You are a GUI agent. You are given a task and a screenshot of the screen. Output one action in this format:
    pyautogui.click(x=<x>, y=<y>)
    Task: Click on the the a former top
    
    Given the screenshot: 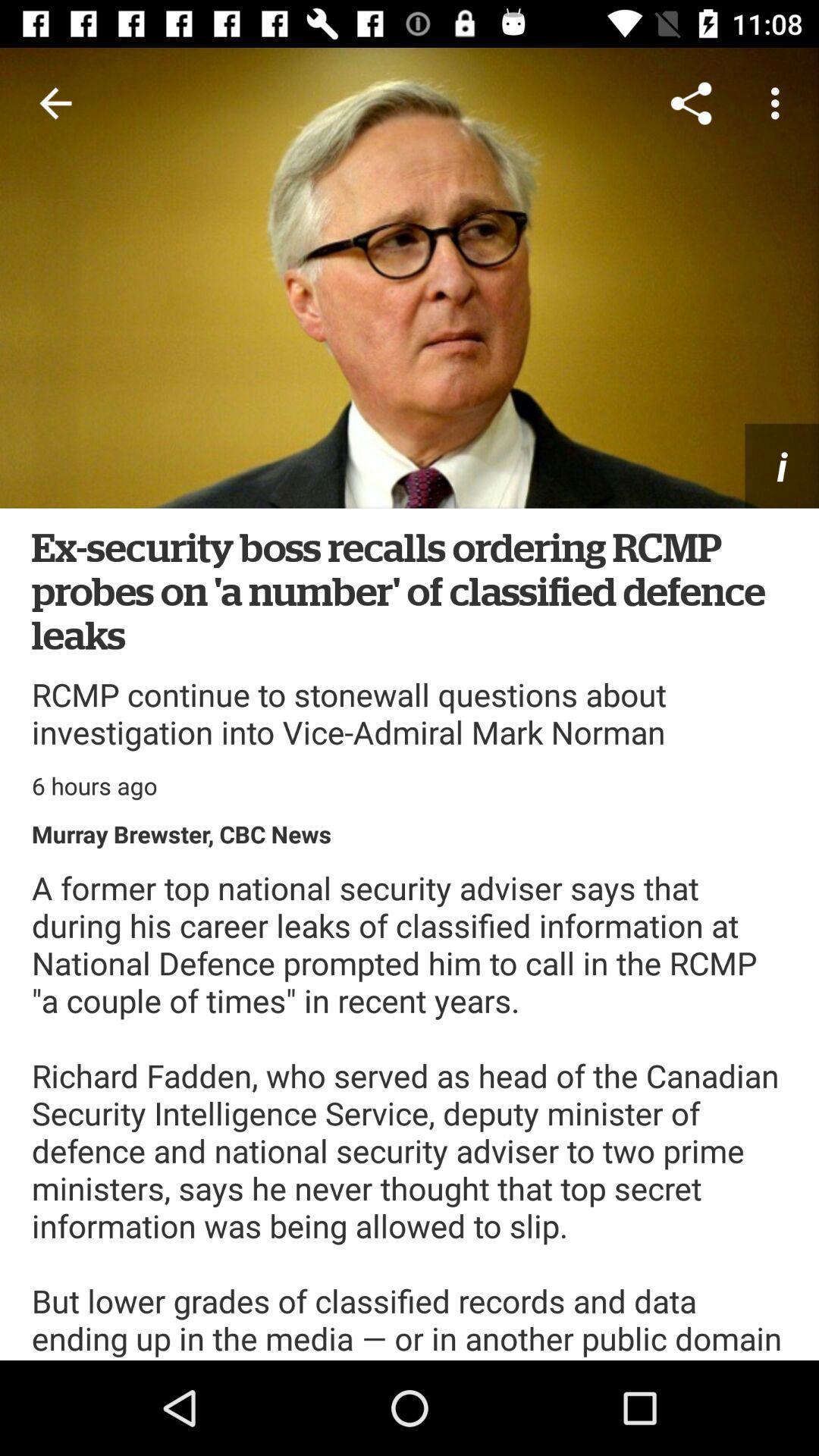 What is the action you would take?
    pyautogui.click(x=409, y=1113)
    